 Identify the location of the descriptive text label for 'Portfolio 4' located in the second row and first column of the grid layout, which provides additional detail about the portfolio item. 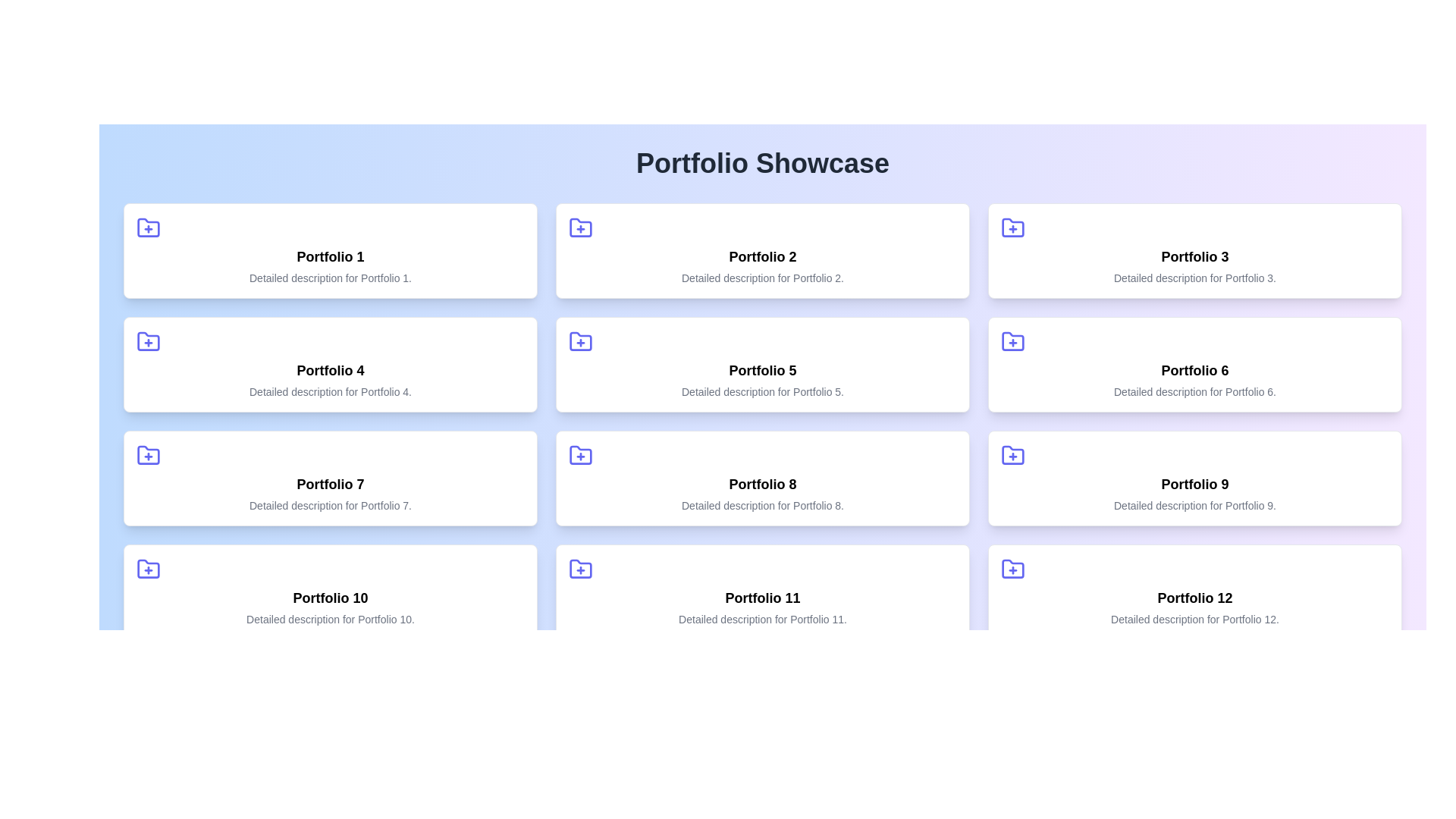
(330, 391).